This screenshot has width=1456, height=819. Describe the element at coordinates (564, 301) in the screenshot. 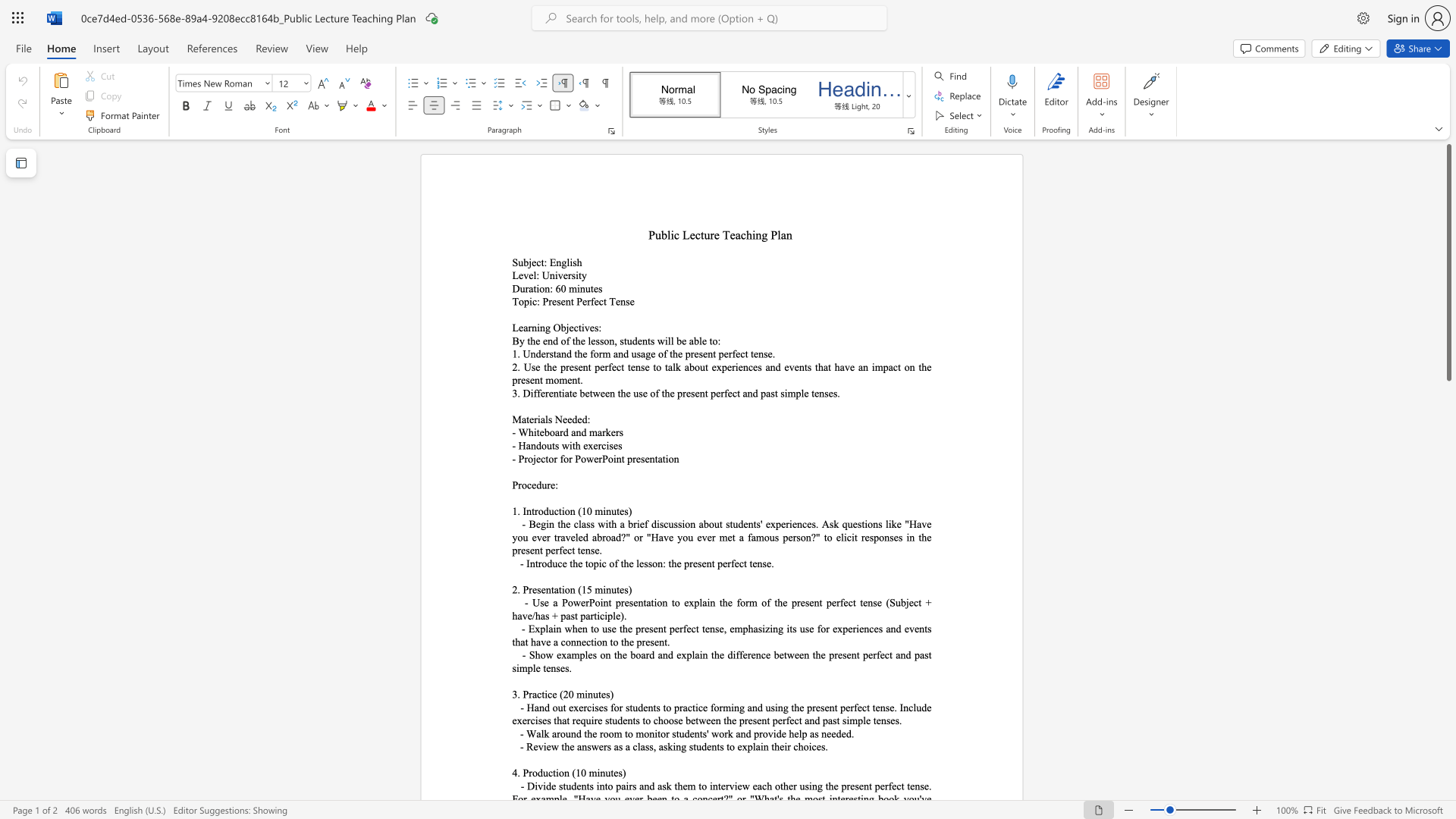

I see `the subset text "nt Perfect Ten" within the text "Topic: Present Perfect Tense"` at that location.